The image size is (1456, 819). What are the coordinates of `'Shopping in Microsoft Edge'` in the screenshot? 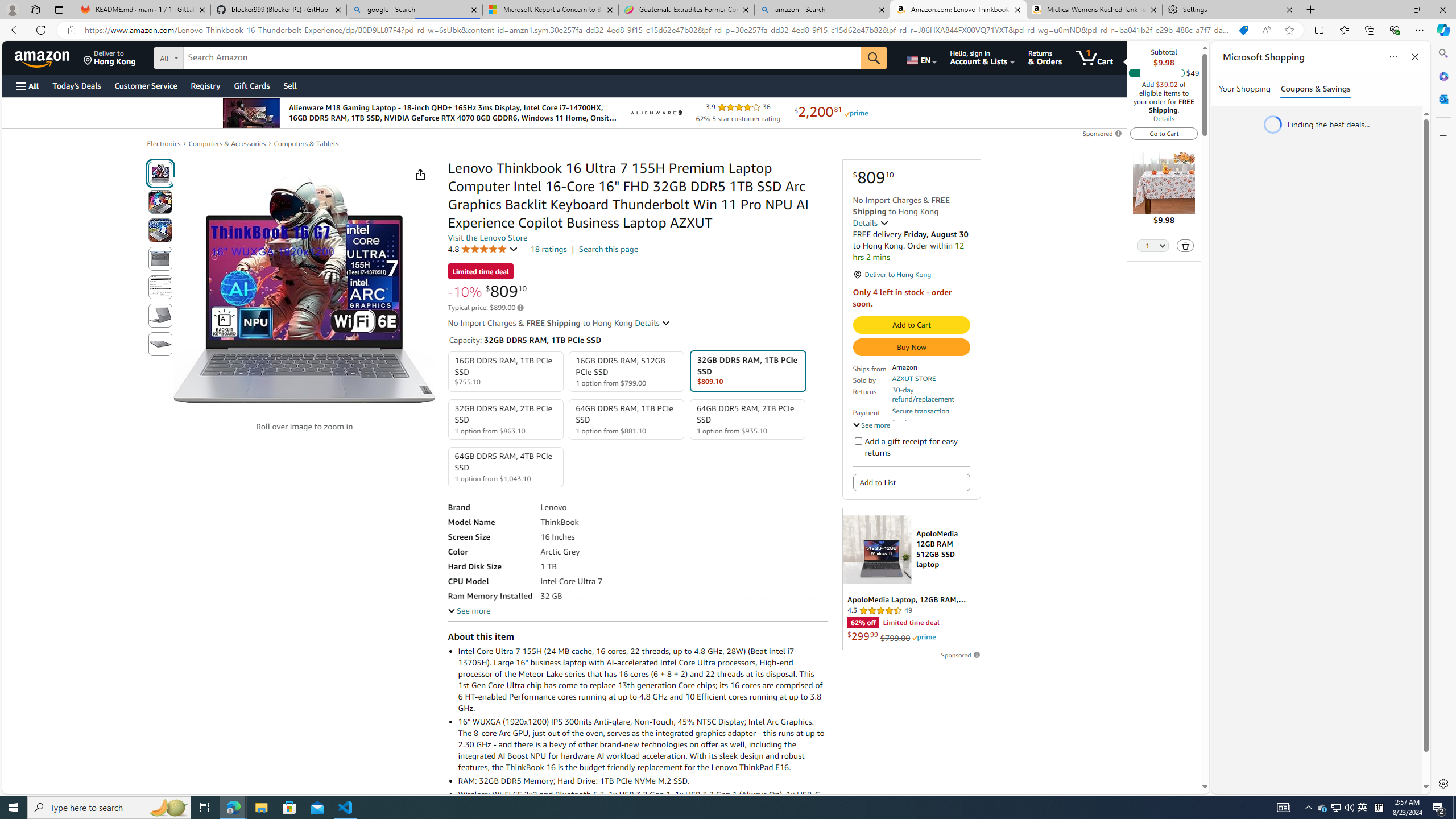 It's located at (1243, 30).